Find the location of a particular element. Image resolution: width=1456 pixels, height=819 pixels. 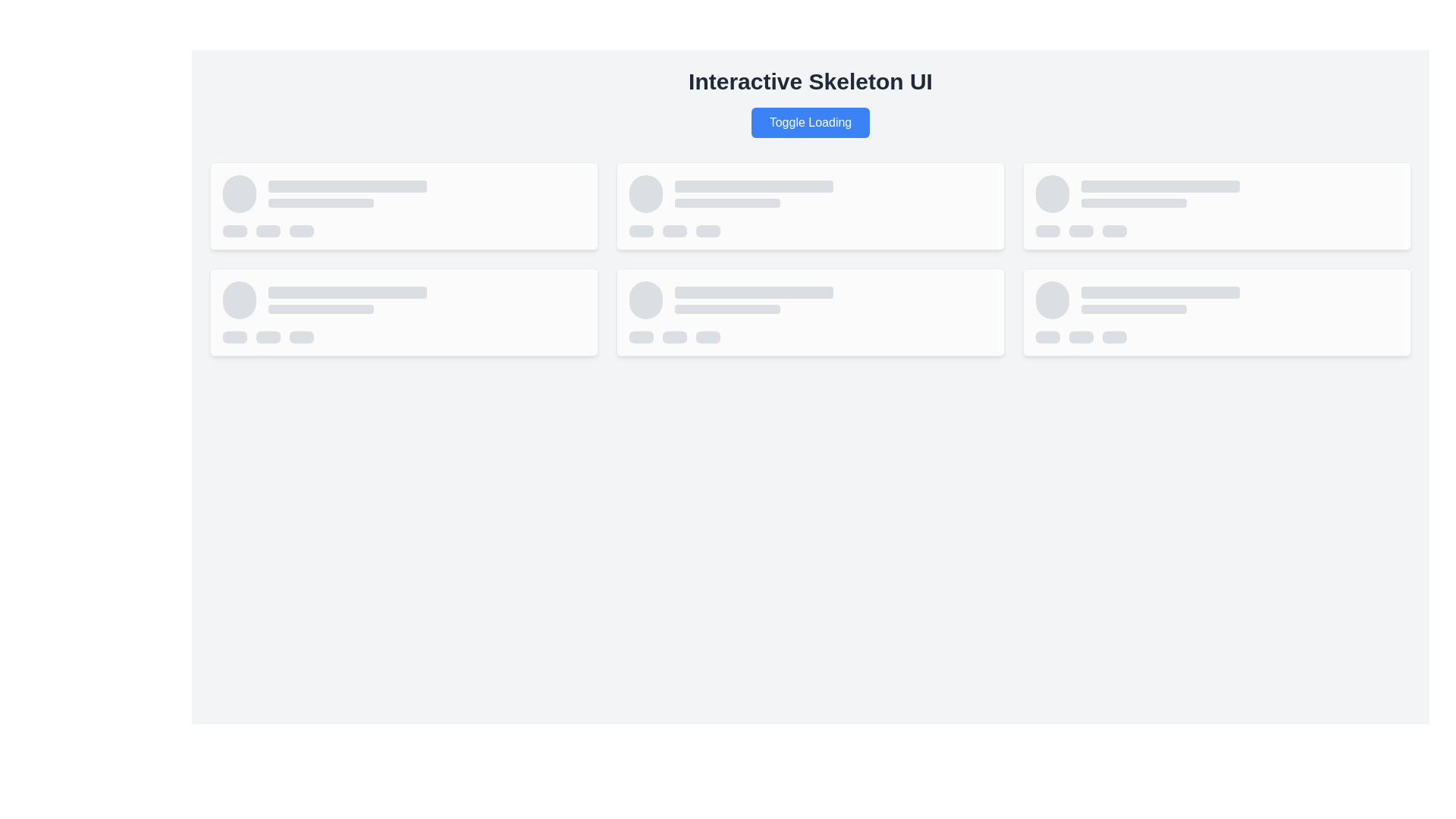

the Placeholder component located in the top-right card area, which consists of two placeholder lines indicating where titles and subtitles might appear is located at coordinates (1239, 193).